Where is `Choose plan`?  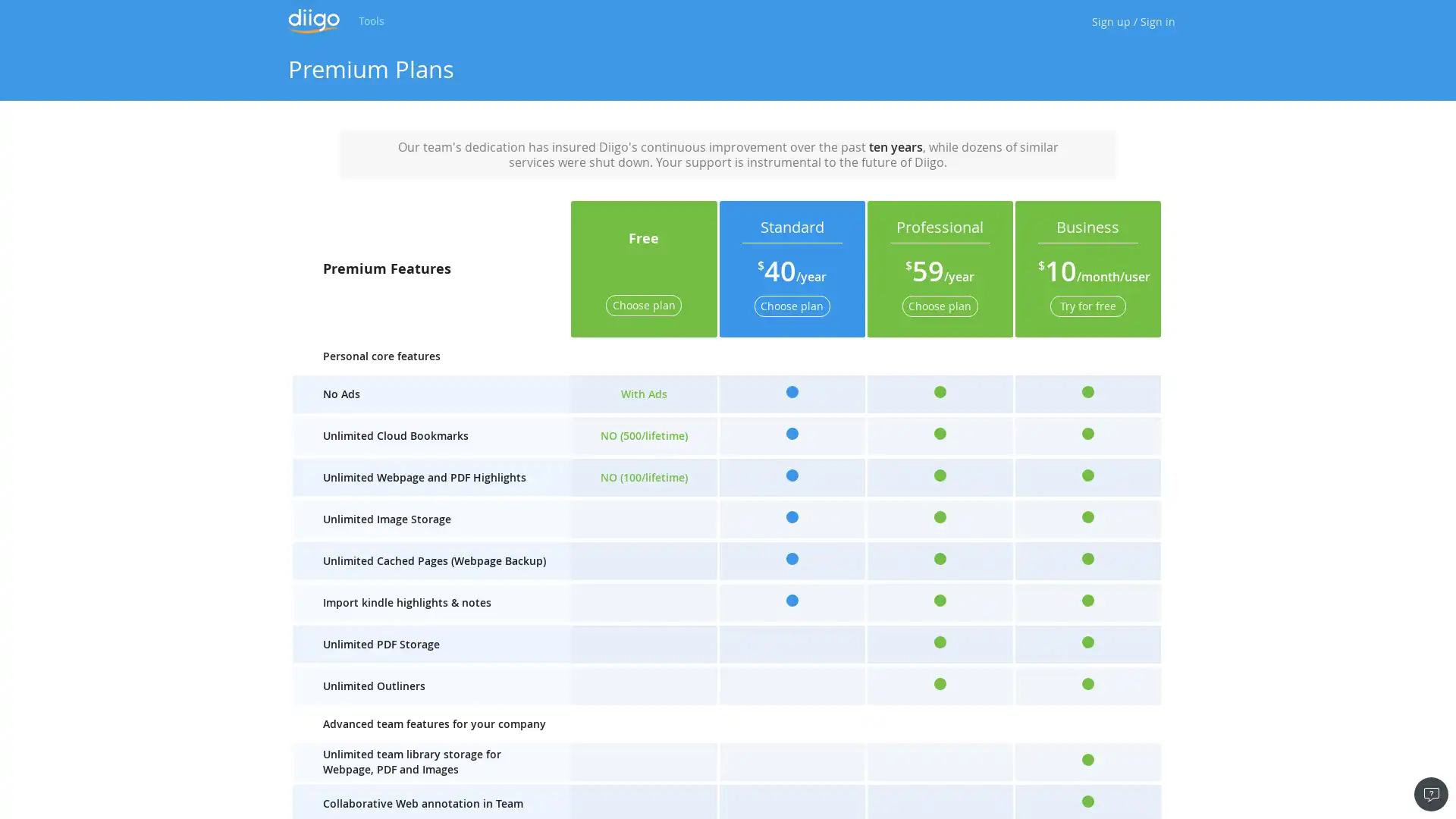 Choose plan is located at coordinates (790, 305).